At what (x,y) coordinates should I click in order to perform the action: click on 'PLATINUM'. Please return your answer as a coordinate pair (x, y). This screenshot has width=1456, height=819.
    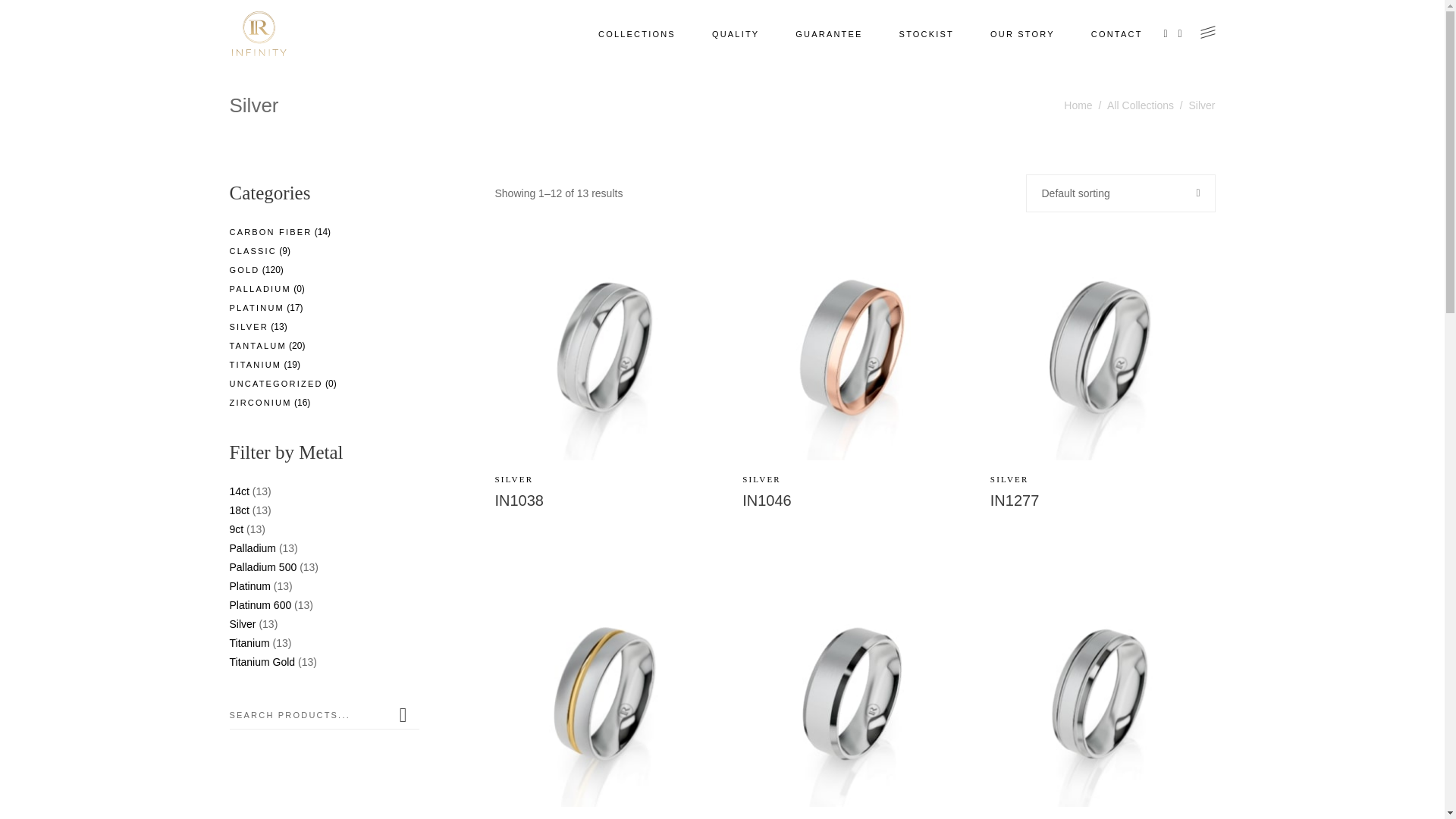
    Looking at the image, I should click on (256, 307).